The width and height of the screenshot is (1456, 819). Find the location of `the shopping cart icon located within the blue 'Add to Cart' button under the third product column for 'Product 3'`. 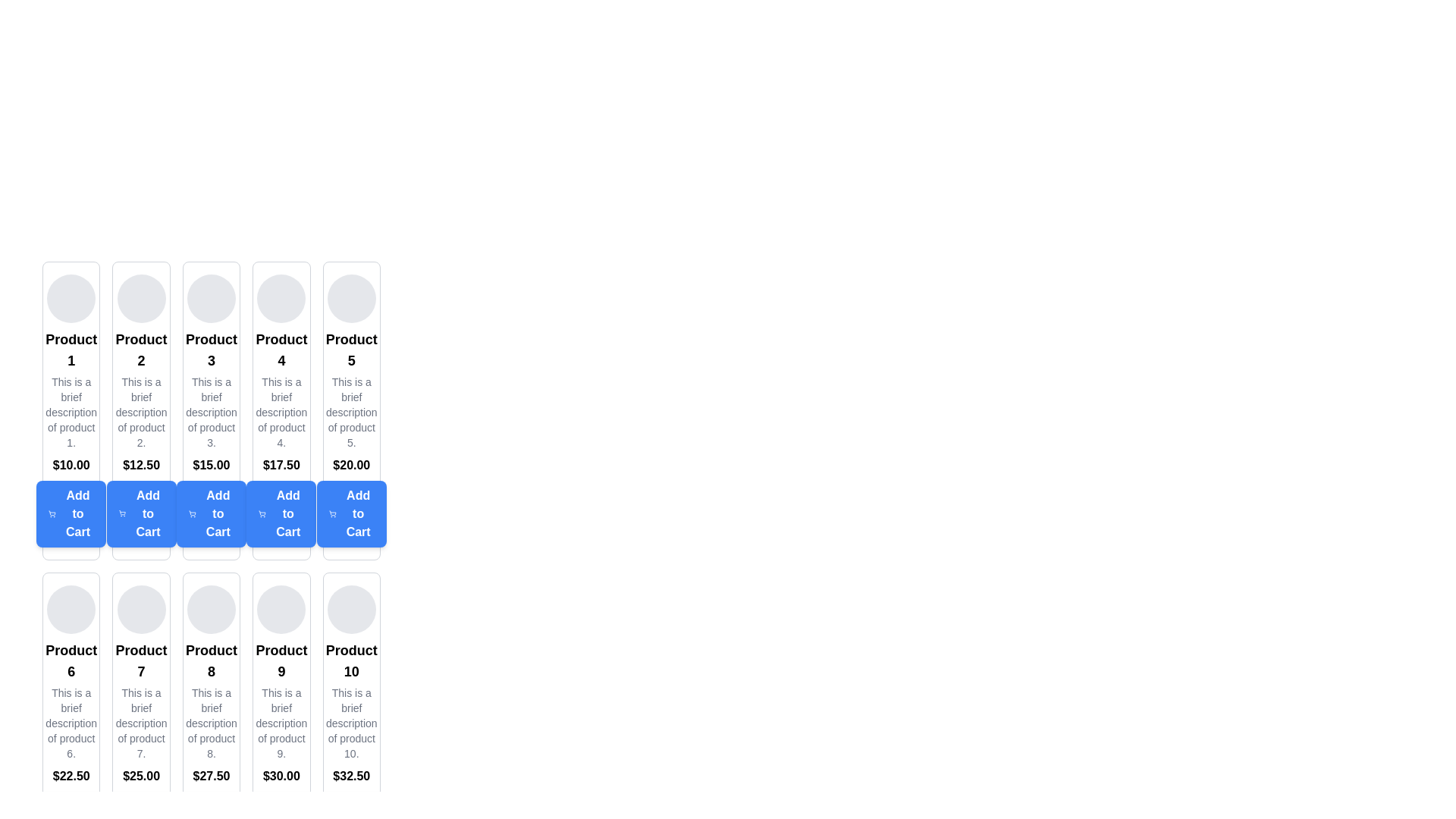

the shopping cart icon located within the blue 'Add to Cart' button under the third product column for 'Product 3' is located at coordinates (191, 513).